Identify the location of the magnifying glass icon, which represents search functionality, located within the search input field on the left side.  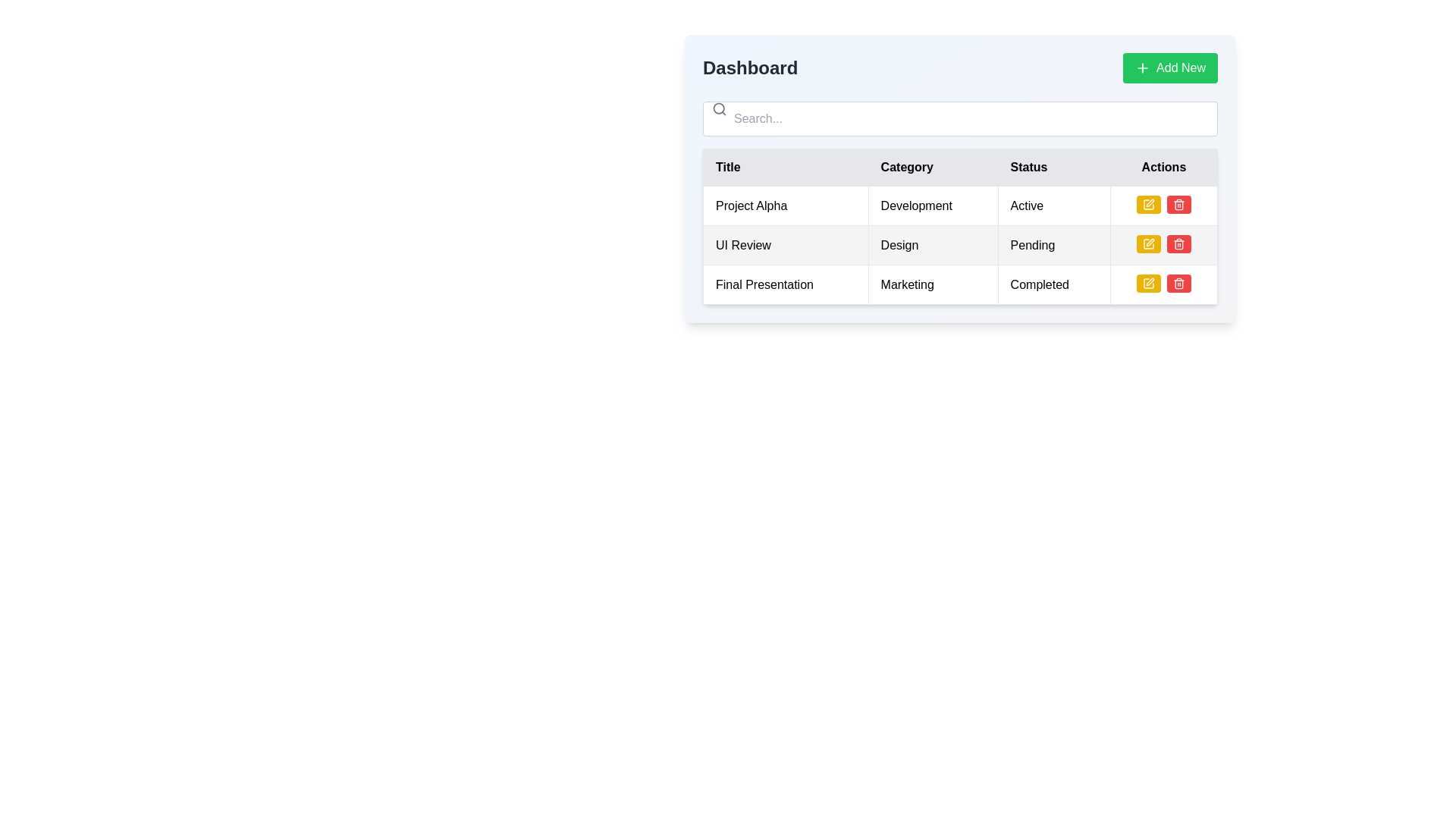
(719, 108).